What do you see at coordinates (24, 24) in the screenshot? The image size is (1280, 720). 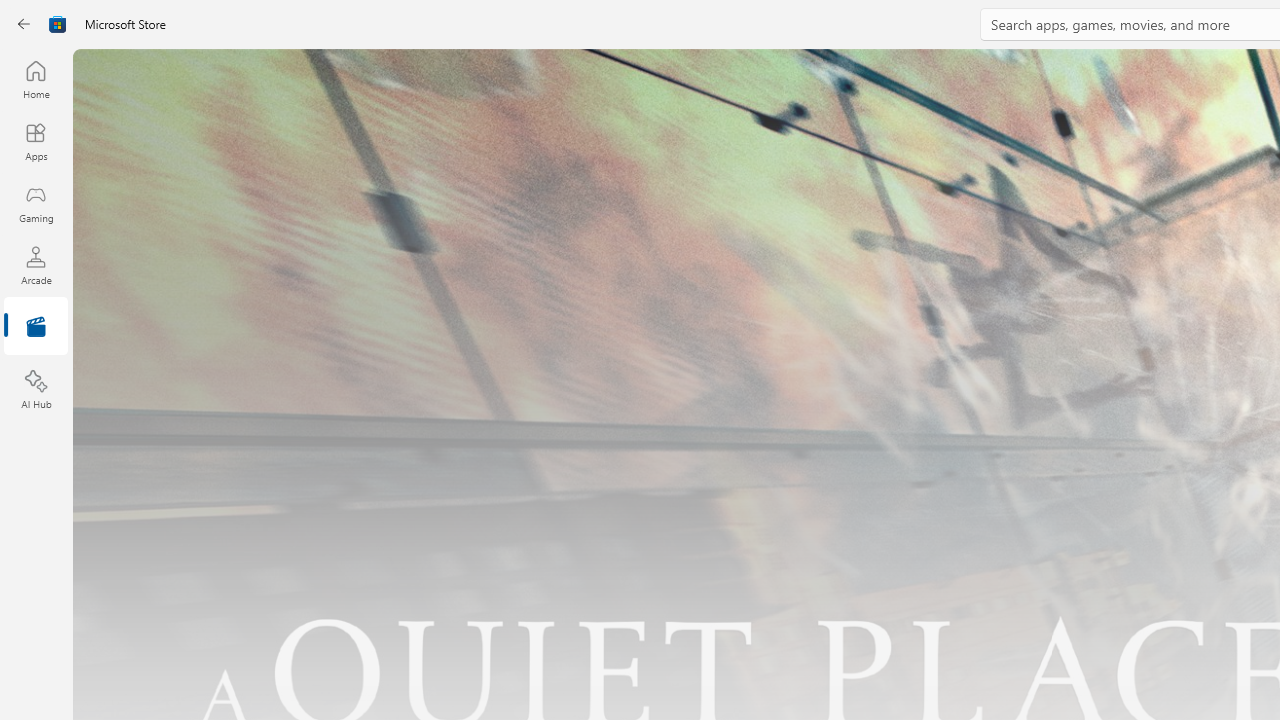 I see `'Back'` at bounding box center [24, 24].